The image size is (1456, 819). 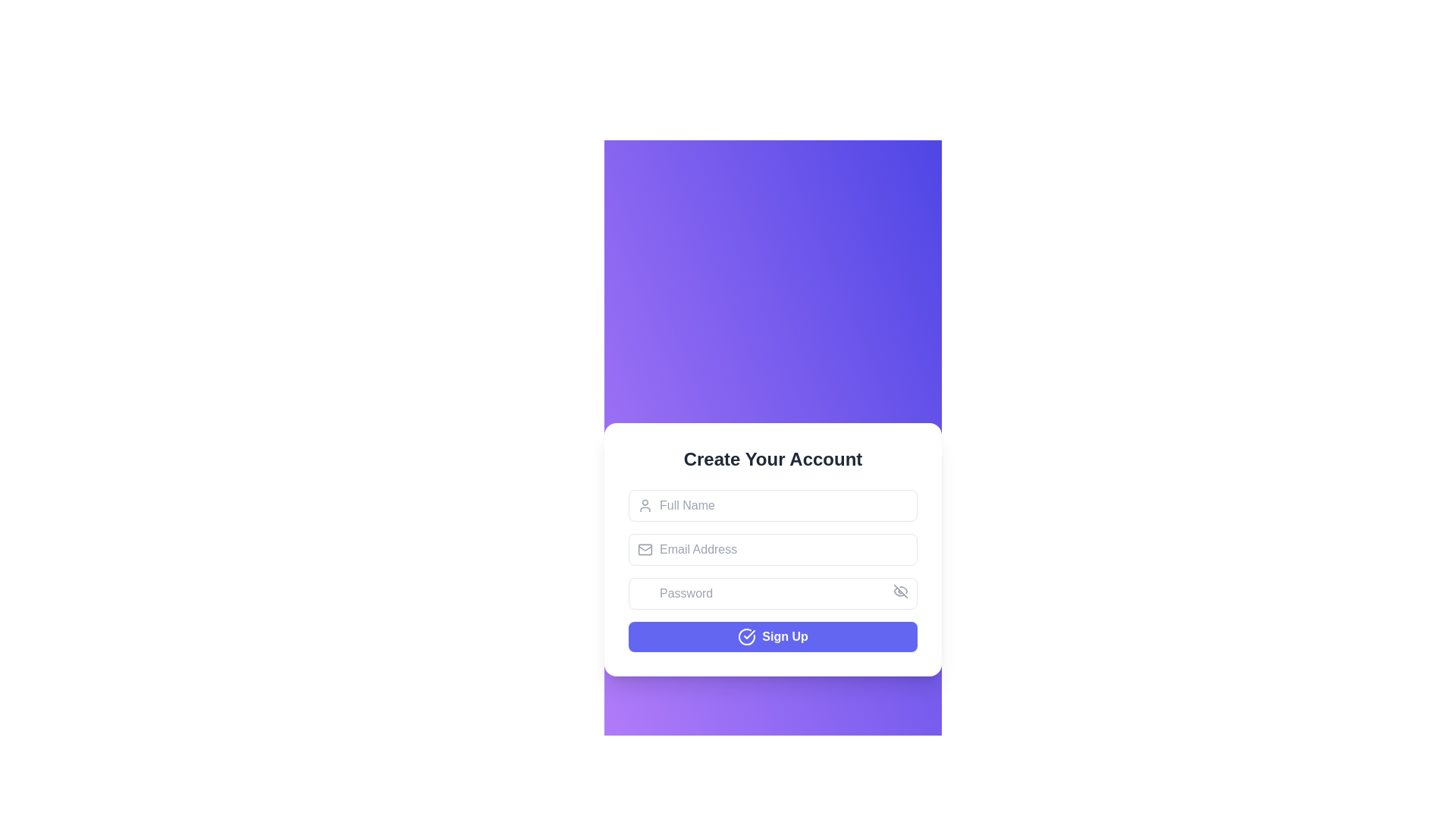 I want to click on the submit button located at the bottom of the form, below the input fields for 'Full Name', 'Email Address', and 'Password', to see the ring effect, so click(x=773, y=637).